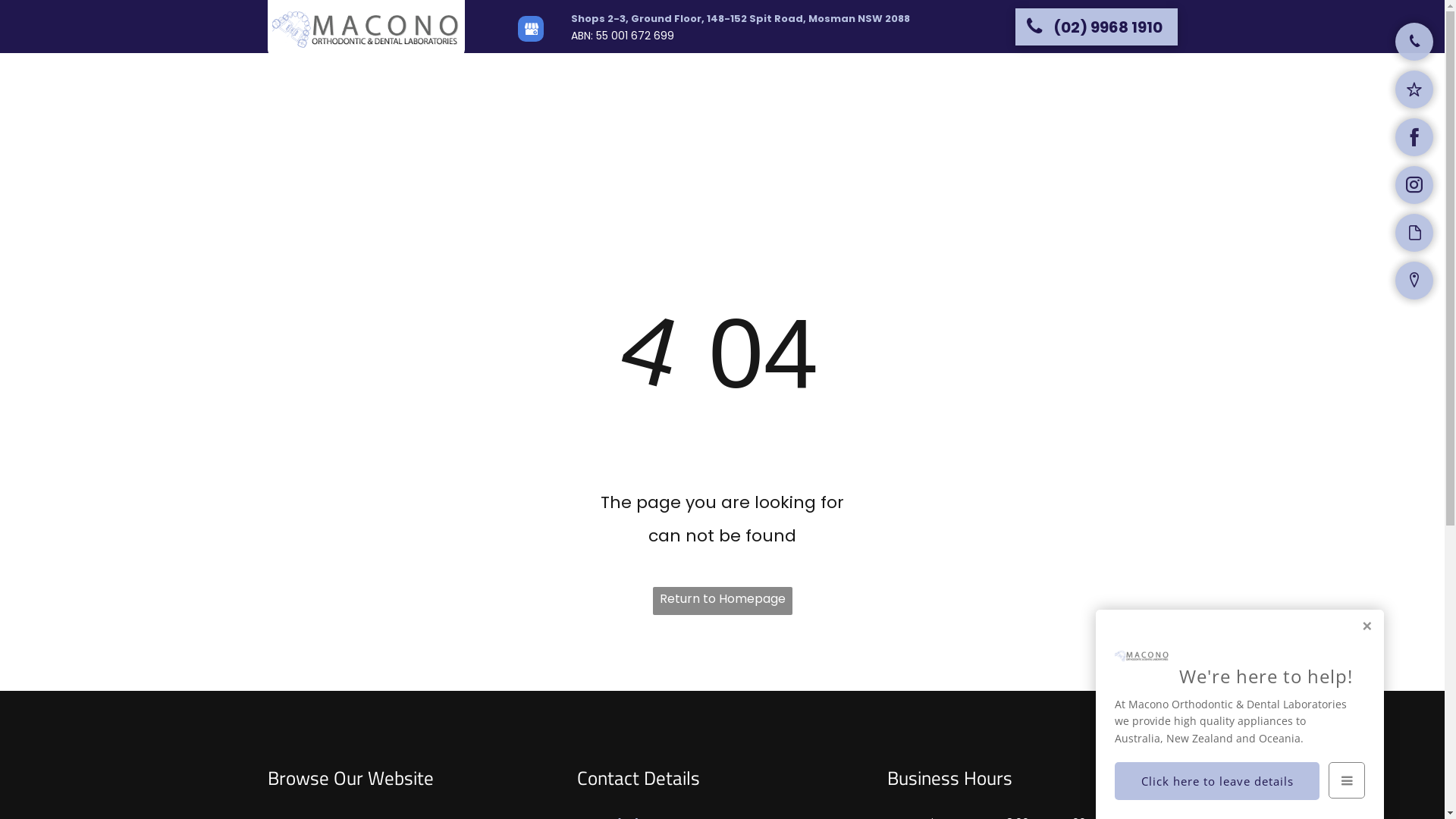 Image resolution: width=1456 pixels, height=819 pixels. What do you see at coordinates (720, 600) in the screenshot?
I see `'Return to Homepage'` at bounding box center [720, 600].